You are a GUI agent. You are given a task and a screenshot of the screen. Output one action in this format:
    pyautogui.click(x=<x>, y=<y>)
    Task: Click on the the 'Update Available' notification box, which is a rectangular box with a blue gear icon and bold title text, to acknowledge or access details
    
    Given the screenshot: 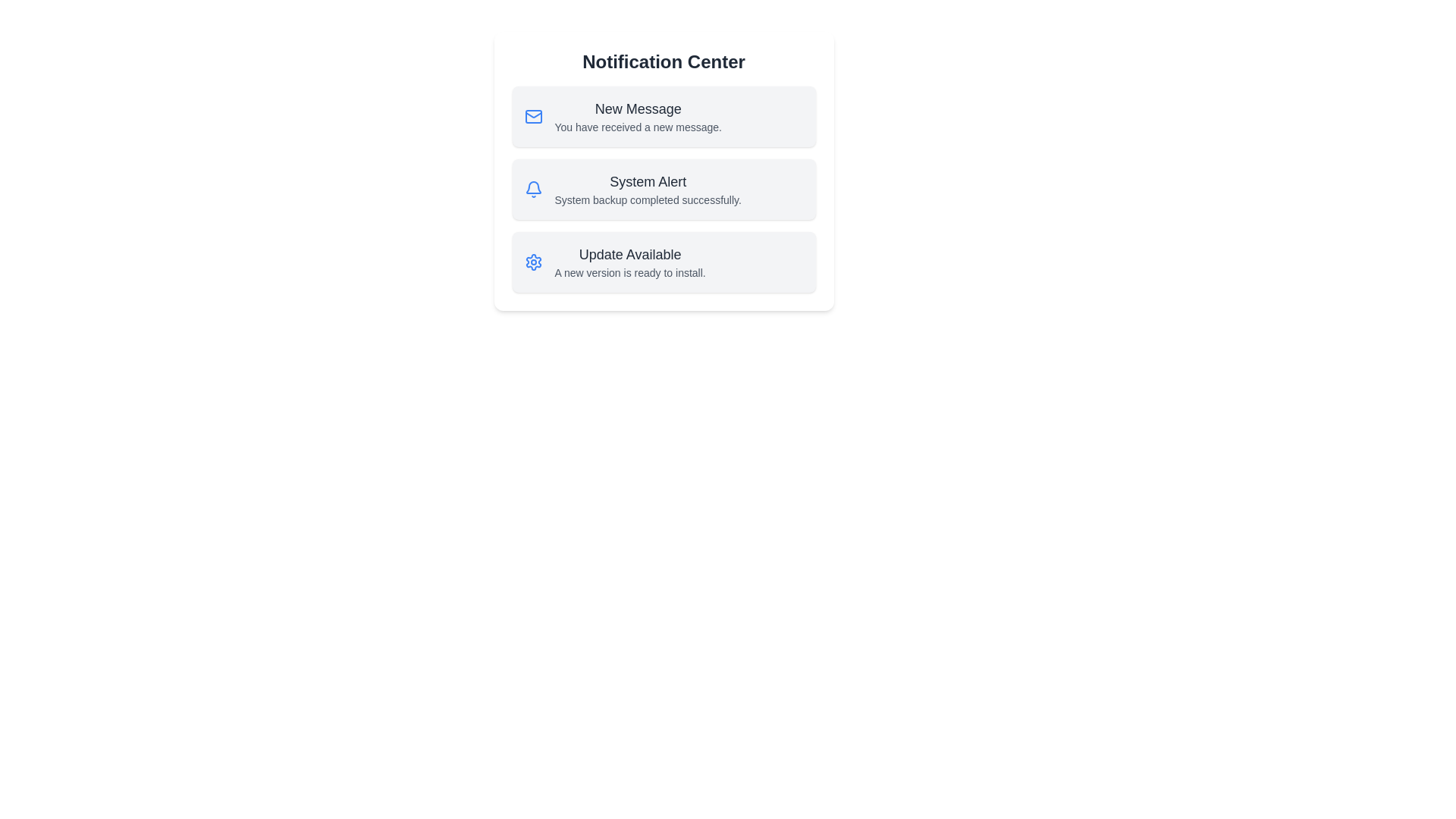 What is the action you would take?
    pyautogui.click(x=664, y=262)
    